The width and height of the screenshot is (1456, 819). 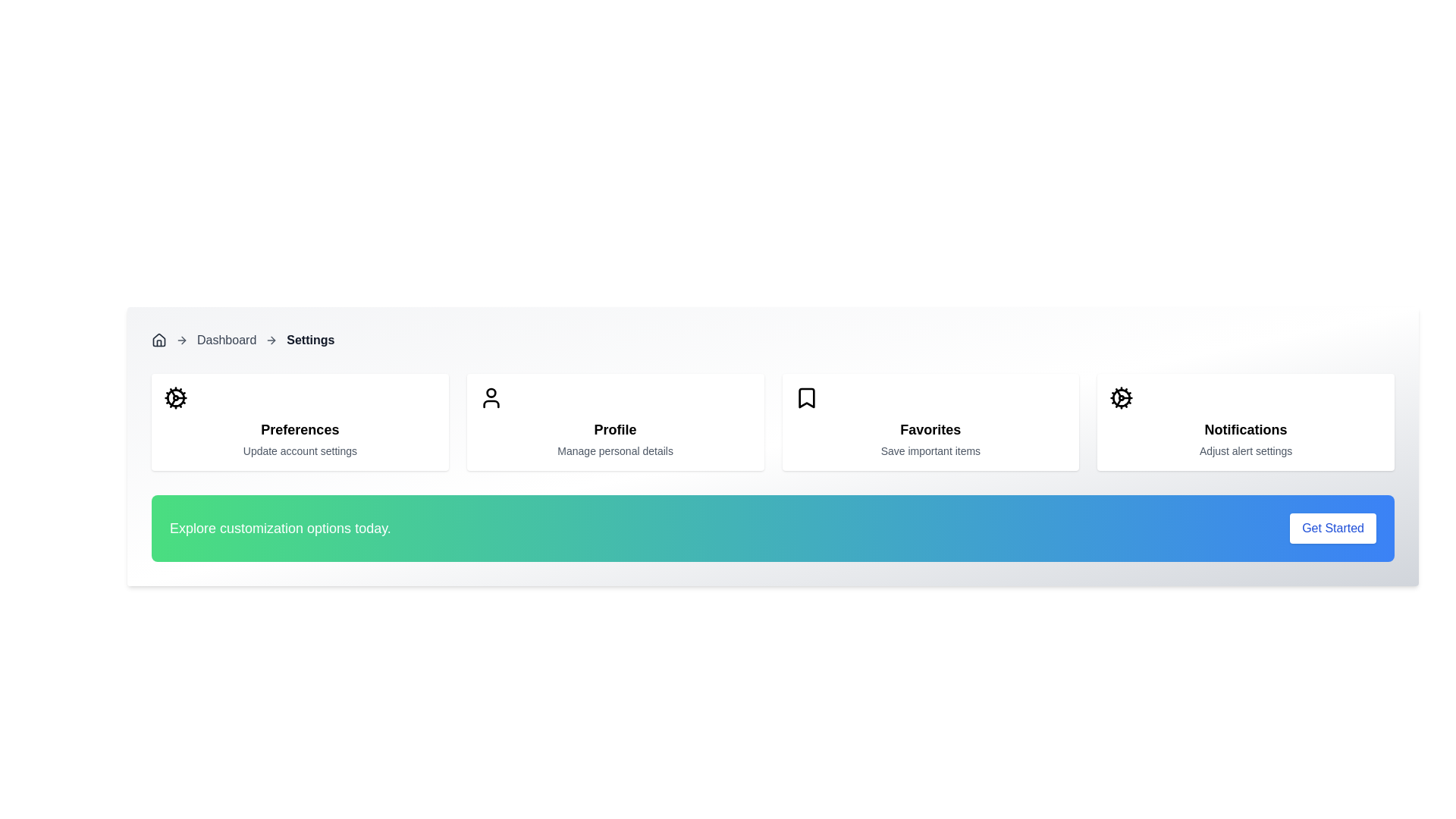 What do you see at coordinates (491, 392) in the screenshot?
I see `the circular part of the SVG icon representing the user or profile area located in the second column of the central row of the layout within the 'Profile' card` at bounding box center [491, 392].